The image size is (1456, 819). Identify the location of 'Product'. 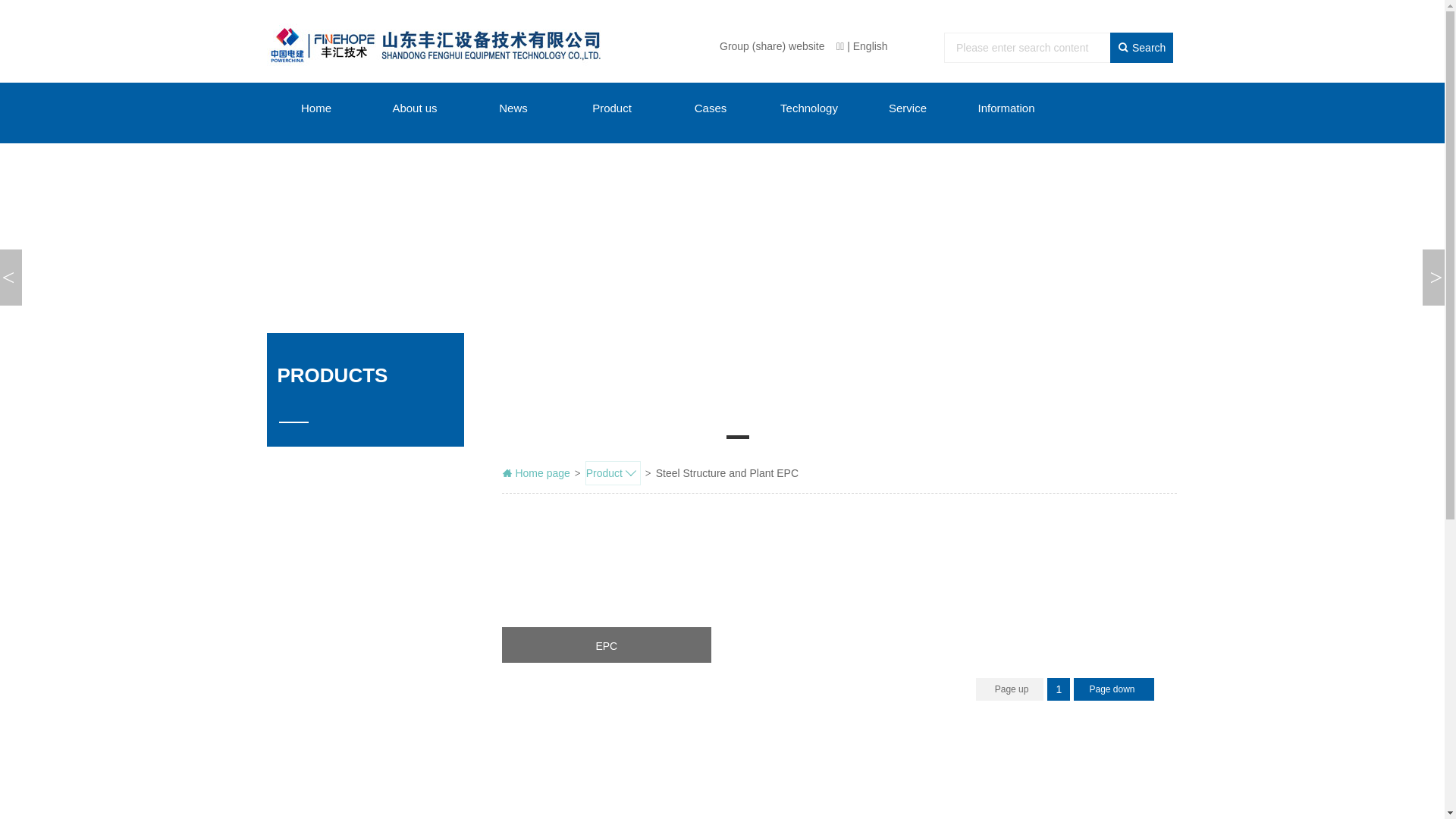
(613, 472).